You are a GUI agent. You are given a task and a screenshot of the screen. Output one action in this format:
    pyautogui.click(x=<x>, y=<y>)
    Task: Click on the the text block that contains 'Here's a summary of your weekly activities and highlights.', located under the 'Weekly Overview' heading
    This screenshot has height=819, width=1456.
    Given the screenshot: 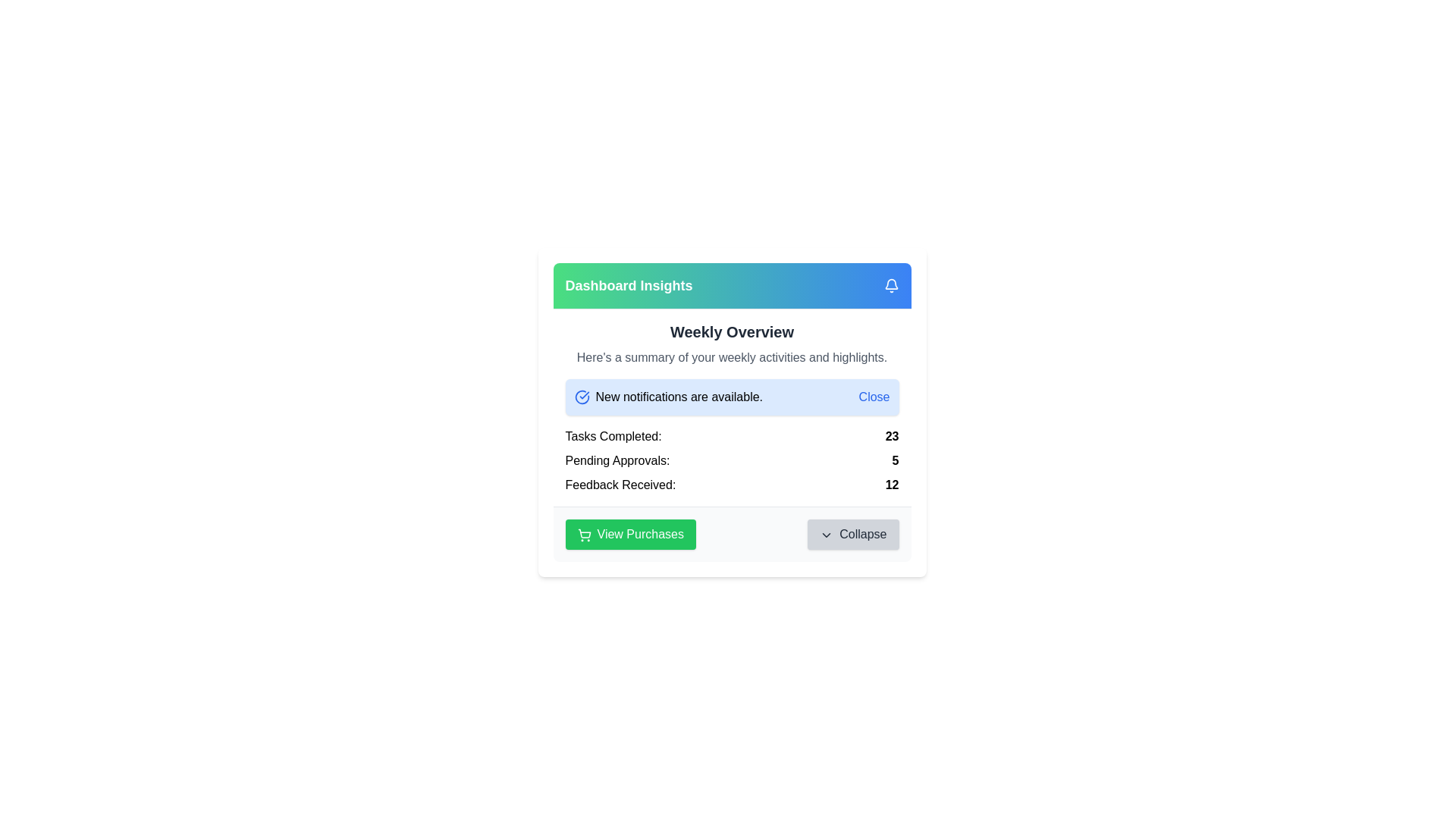 What is the action you would take?
    pyautogui.click(x=732, y=357)
    